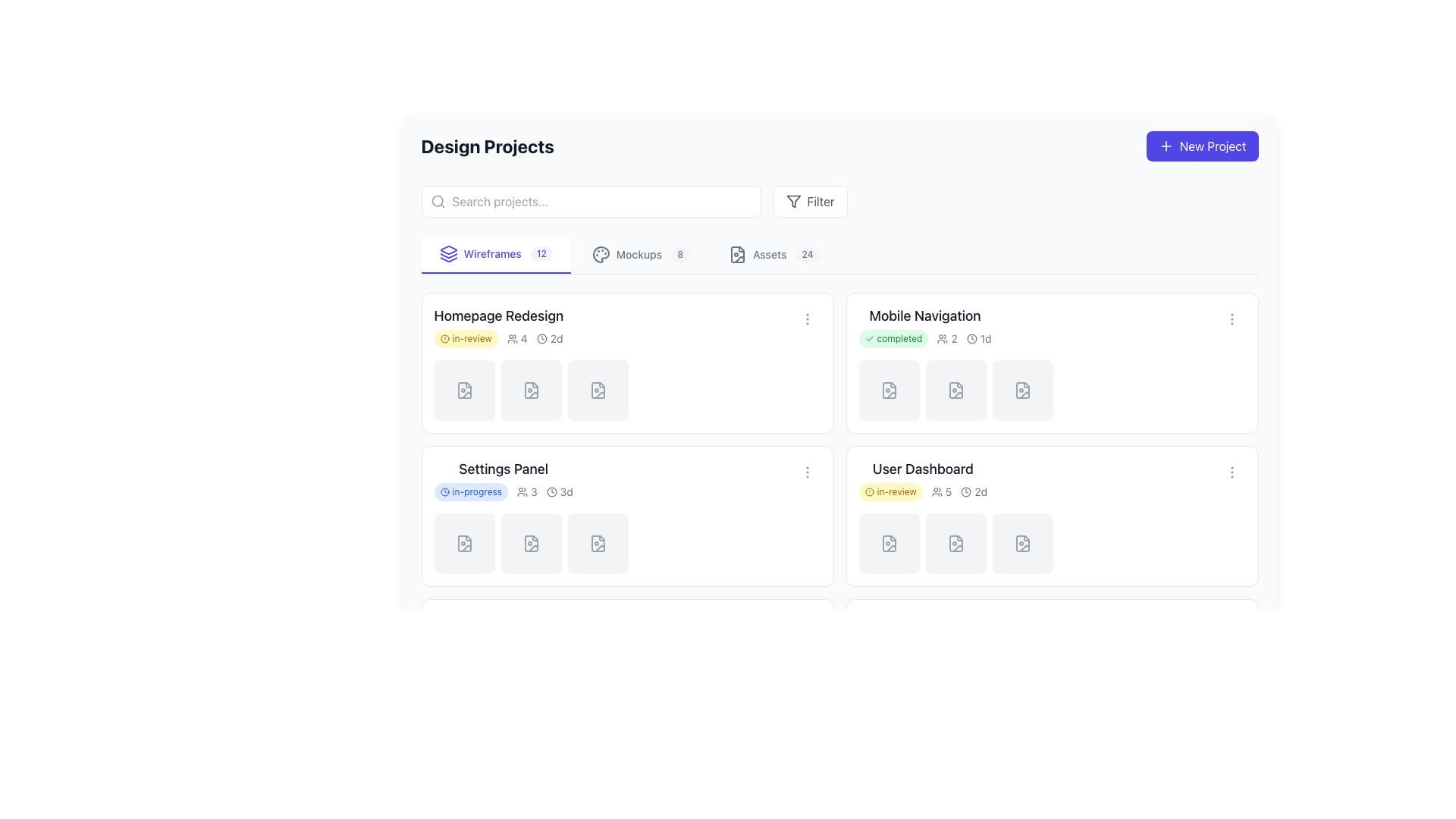  What do you see at coordinates (1022, 390) in the screenshot?
I see `the third rectangular document-shaped icon in the 'Mobile Navigation' section located in the top-right quadrant of the interface` at bounding box center [1022, 390].